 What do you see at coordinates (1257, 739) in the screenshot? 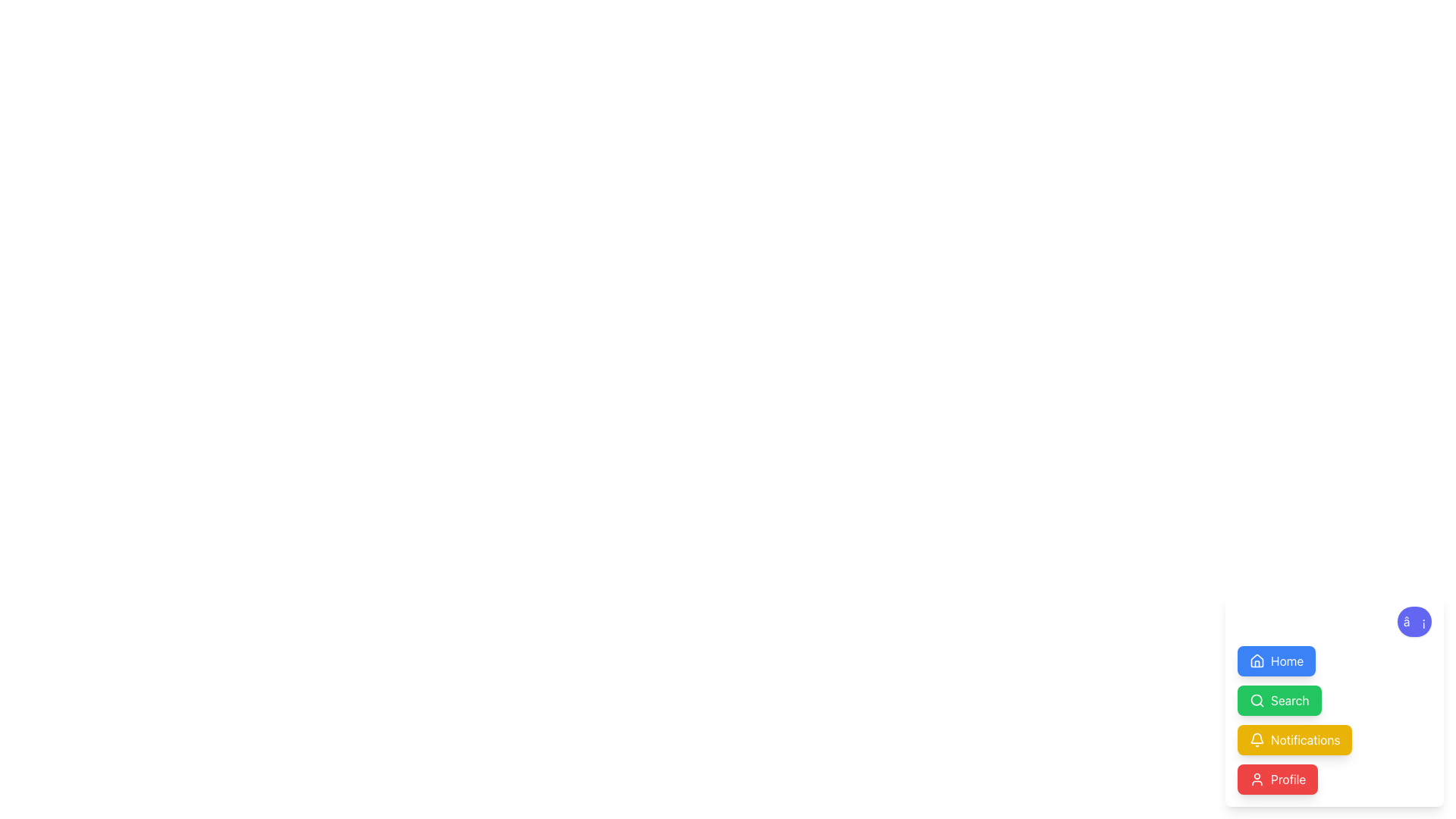
I see `the bell-shaped notification icon located within the 'Notifications' button on the left side of its text label` at bounding box center [1257, 739].